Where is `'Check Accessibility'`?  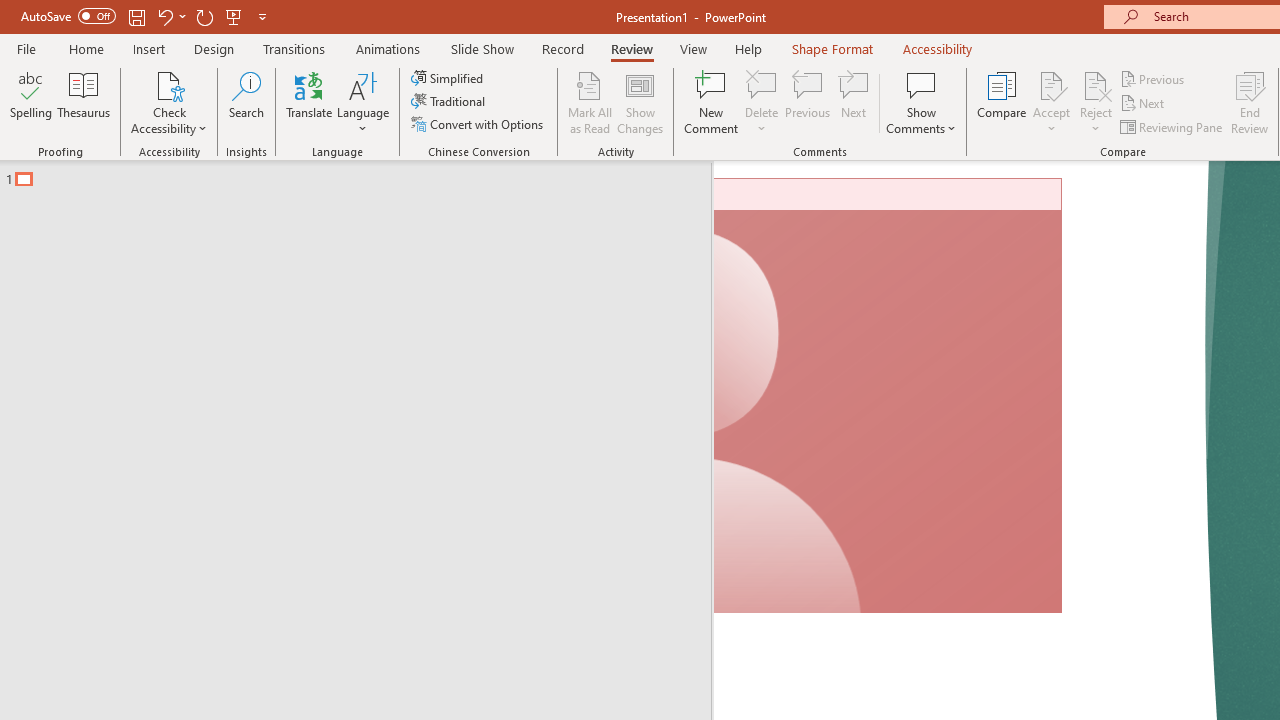
'Check Accessibility' is located at coordinates (169, 84).